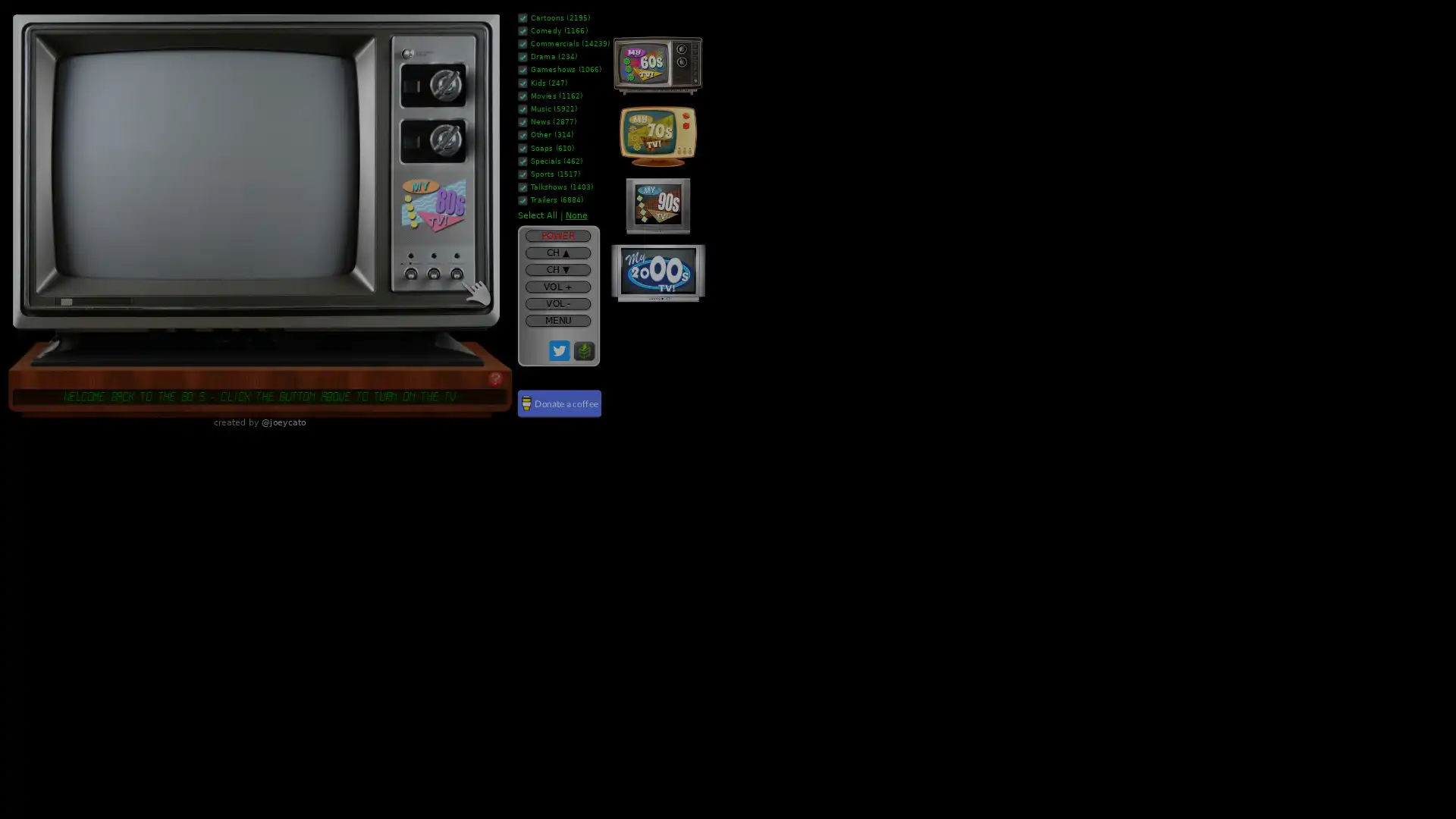 The height and width of the screenshot is (819, 1456). I want to click on CH, so click(557, 268).